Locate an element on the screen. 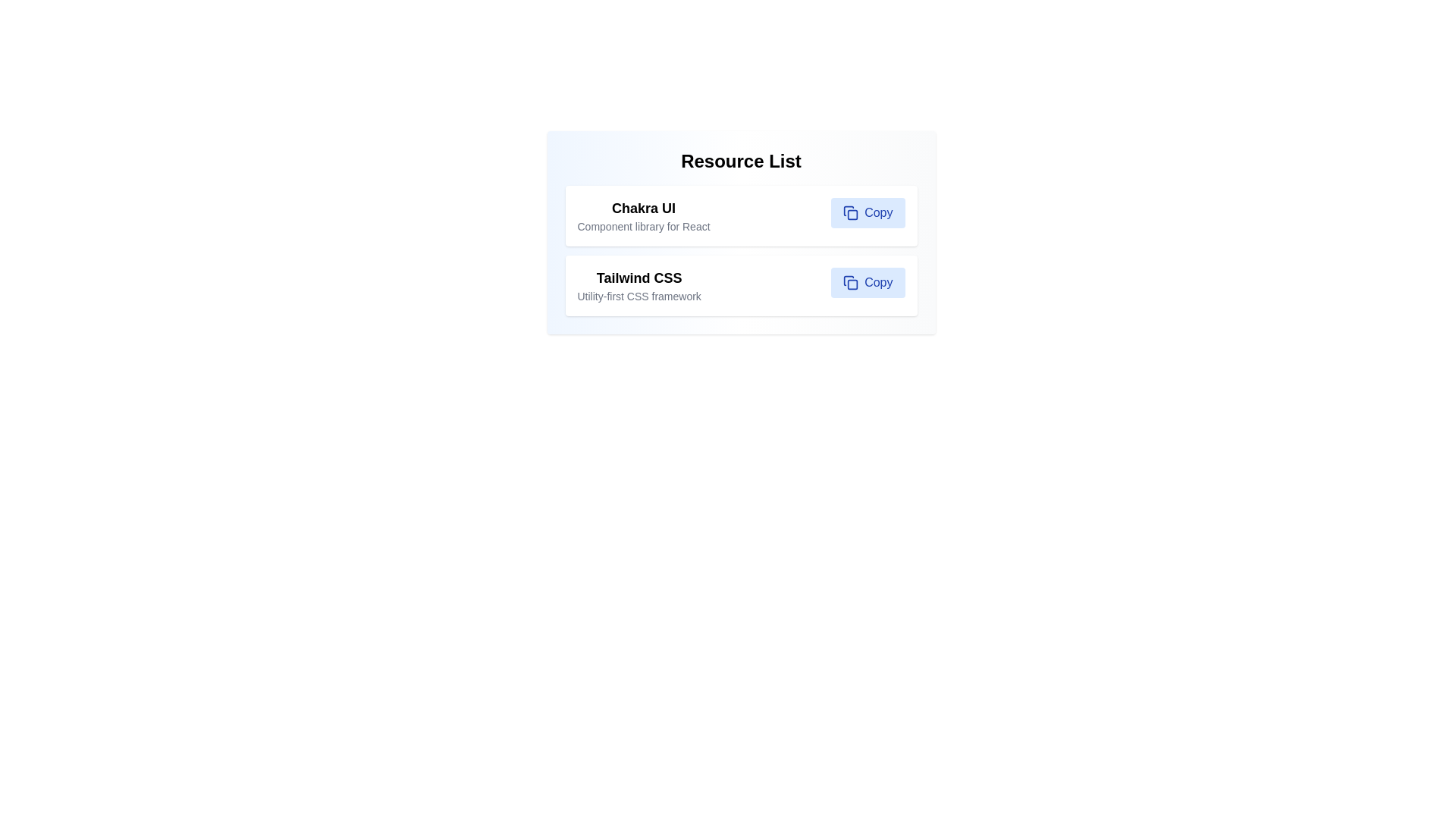  the second icon in the right section of the 'Tailwind CSS' row to potentially reveal a tooltip is located at coordinates (848, 281).